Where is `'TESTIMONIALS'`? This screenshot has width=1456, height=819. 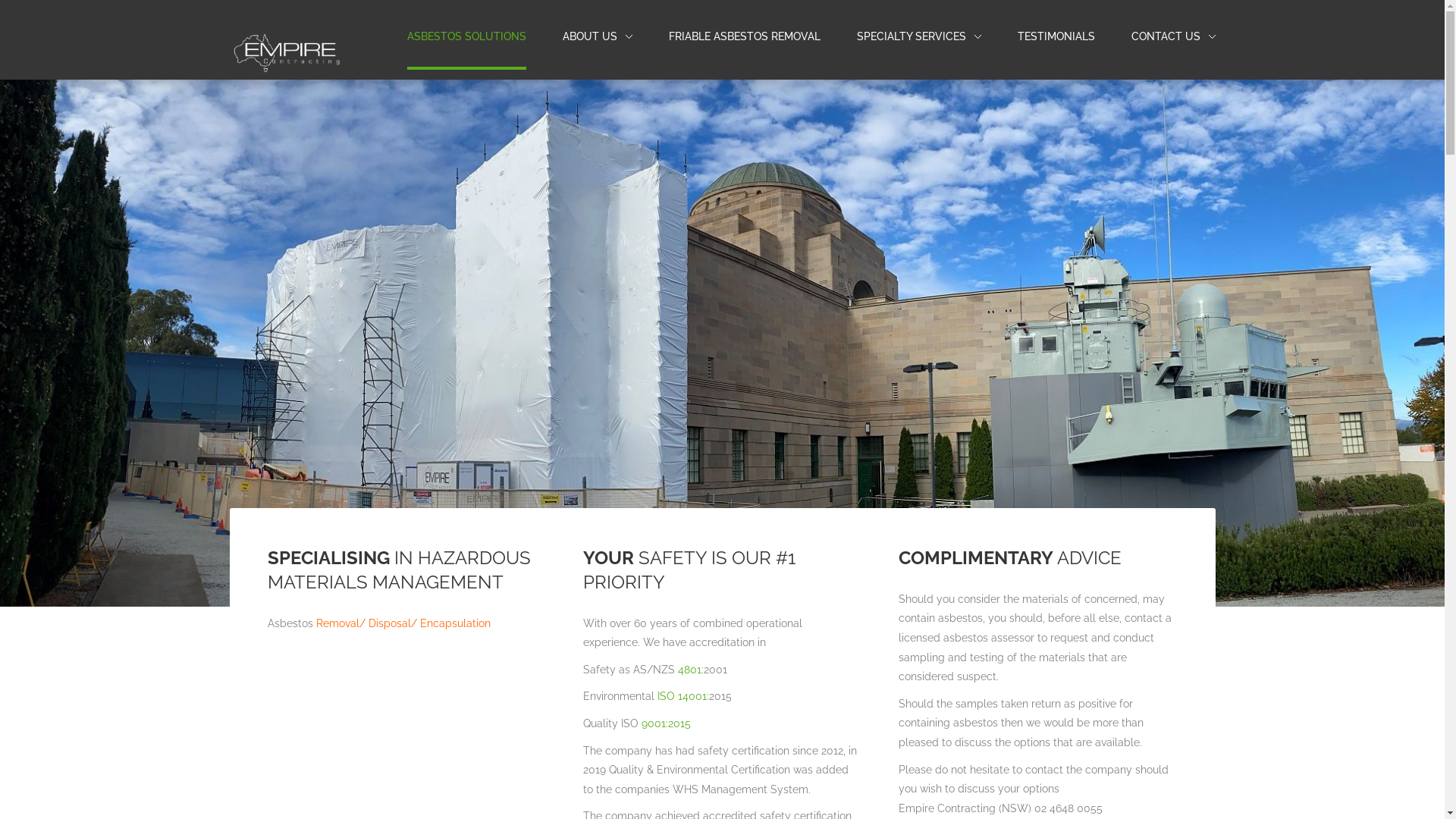
'TESTIMONIALS' is located at coordinates (1055, 35).